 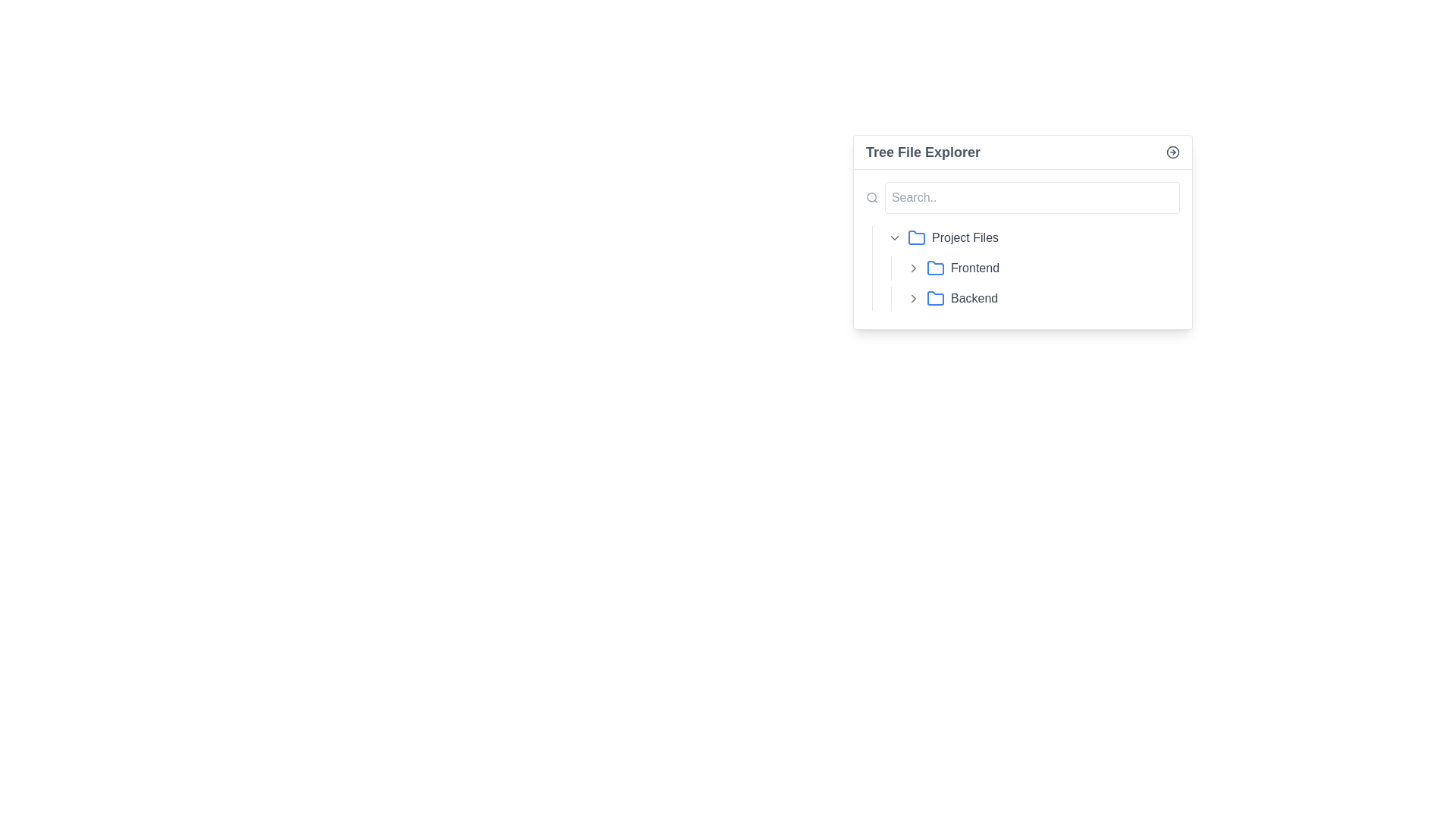 What do you see at coordinates (1172, 152) in the screenshot?
I see `the right-pointing circular arrow icon button, which is gray and located in the header of the 'Tree File Explorer', aligned to the far right of the header bar` at bounding box center [1172, 152].